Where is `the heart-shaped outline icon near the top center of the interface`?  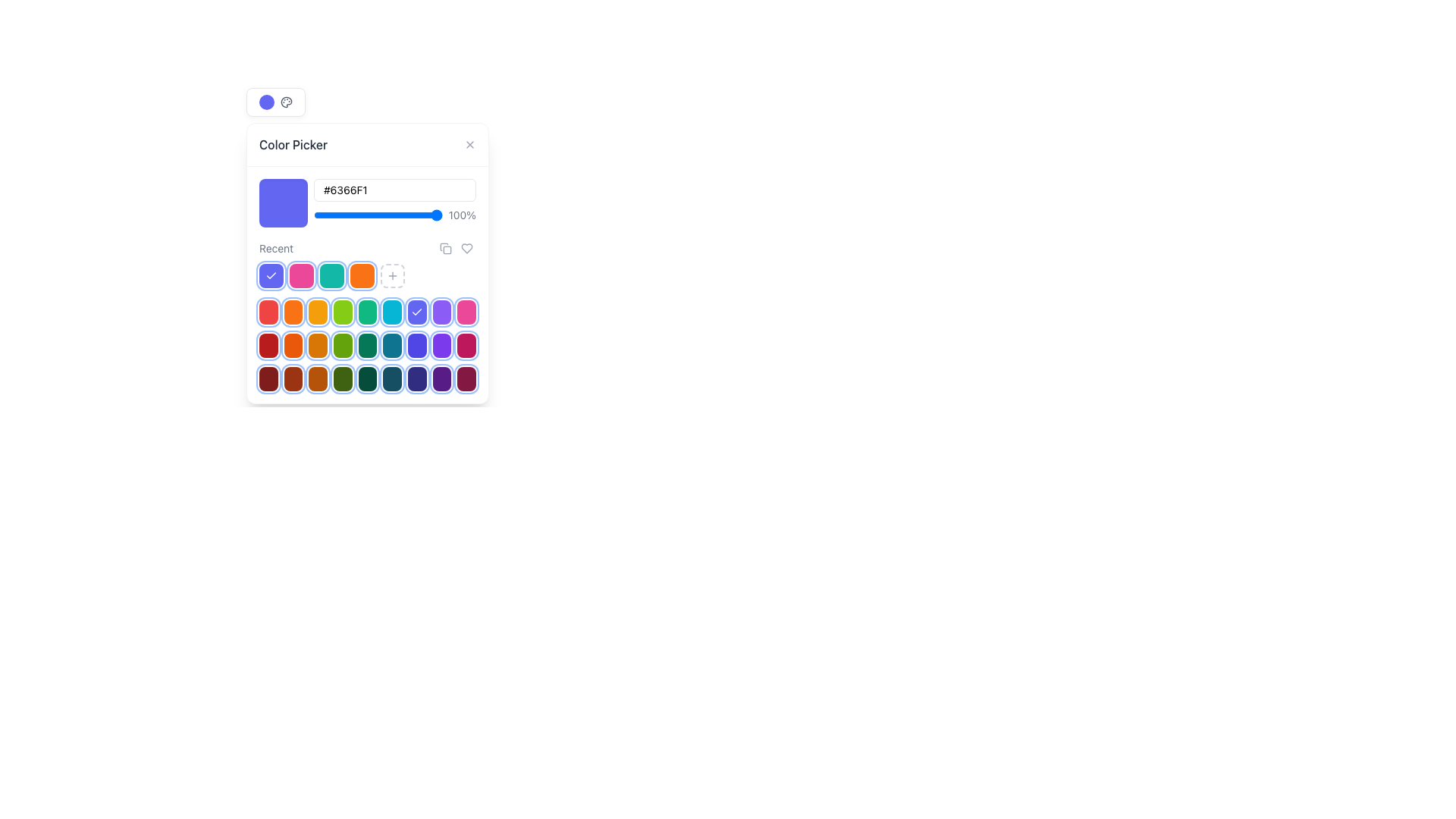
the heart-shaped outline icon near the top center of the interface is located at coordinates (466, 247).